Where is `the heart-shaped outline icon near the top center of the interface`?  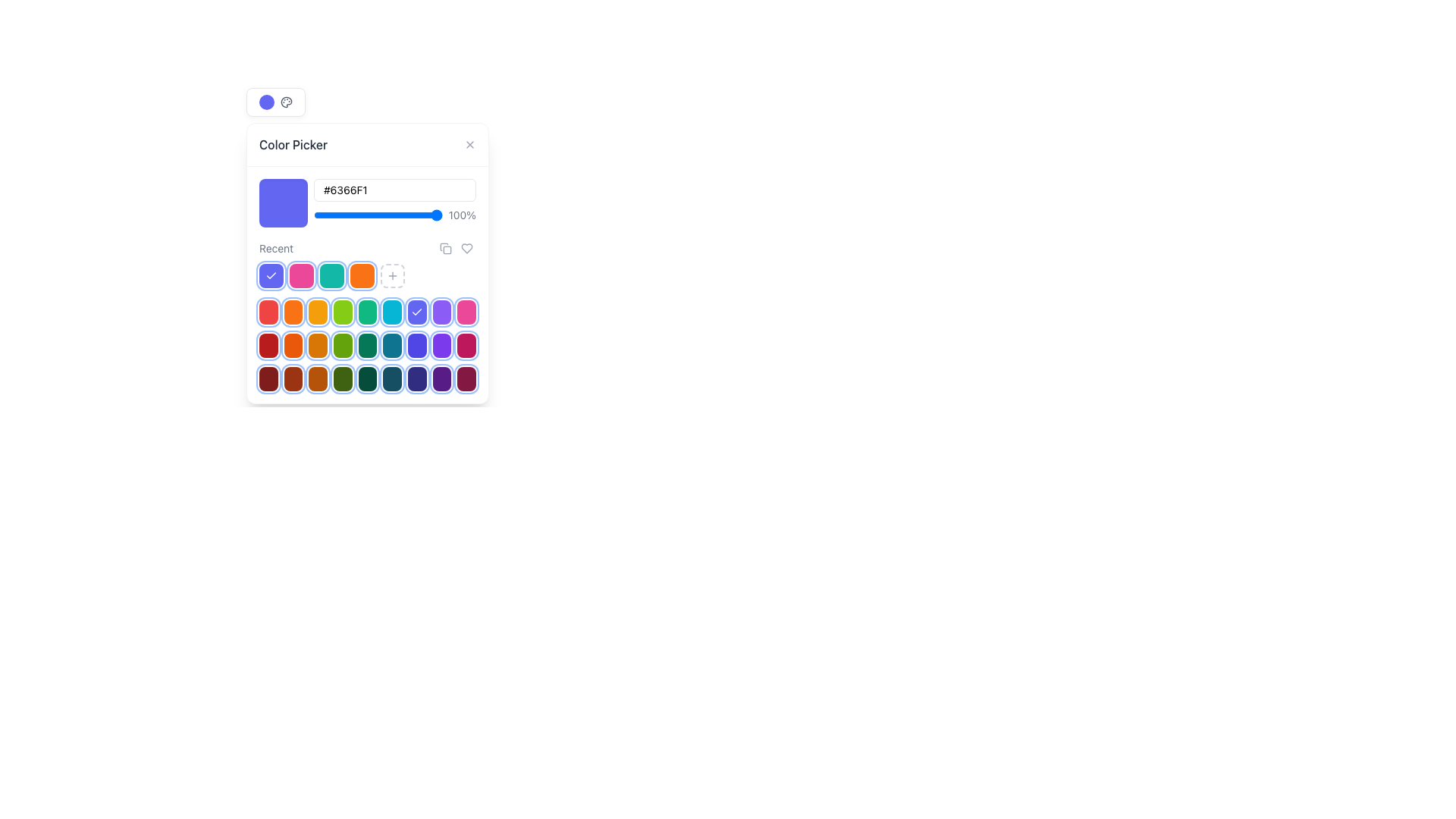
the heart-shaped outline icon near the top center of the interface is located at coordinates (466, 247).